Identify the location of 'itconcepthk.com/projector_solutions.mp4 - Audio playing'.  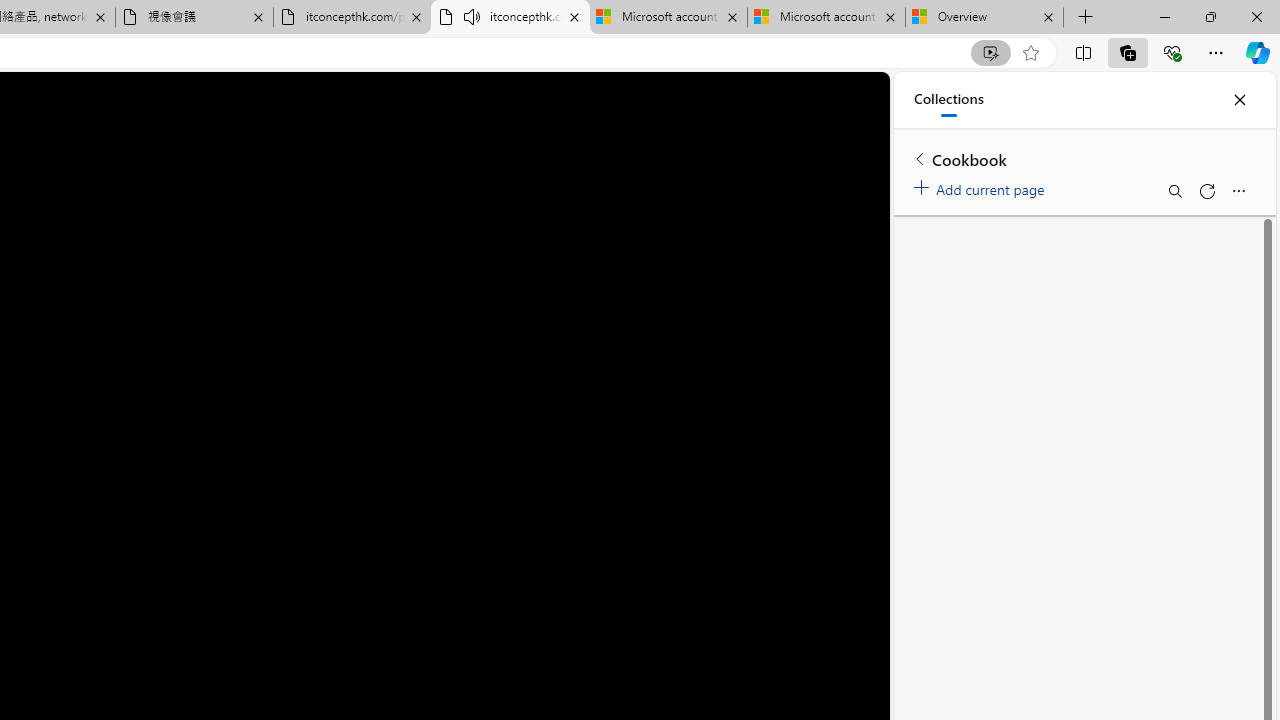
(510, 17).